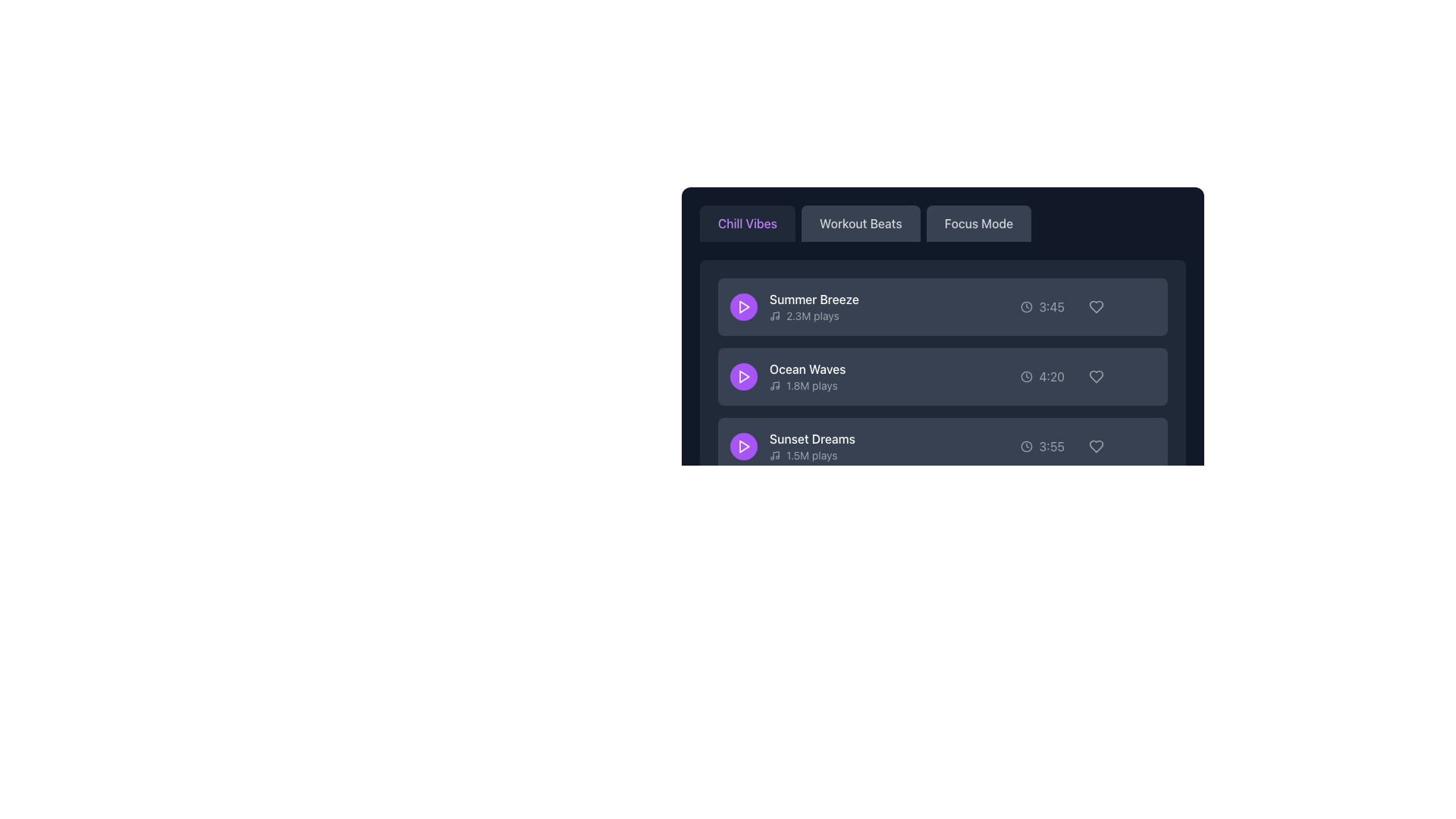 This screenshot has height=819, width=1456. What do you see at coordinates (811, 455) in the screenshot?
I see `the text label indicating the play count for the song 'Sunset Dreams', which is located directly below the song title in the third row of the list interface` at bounding box center [811, 455].